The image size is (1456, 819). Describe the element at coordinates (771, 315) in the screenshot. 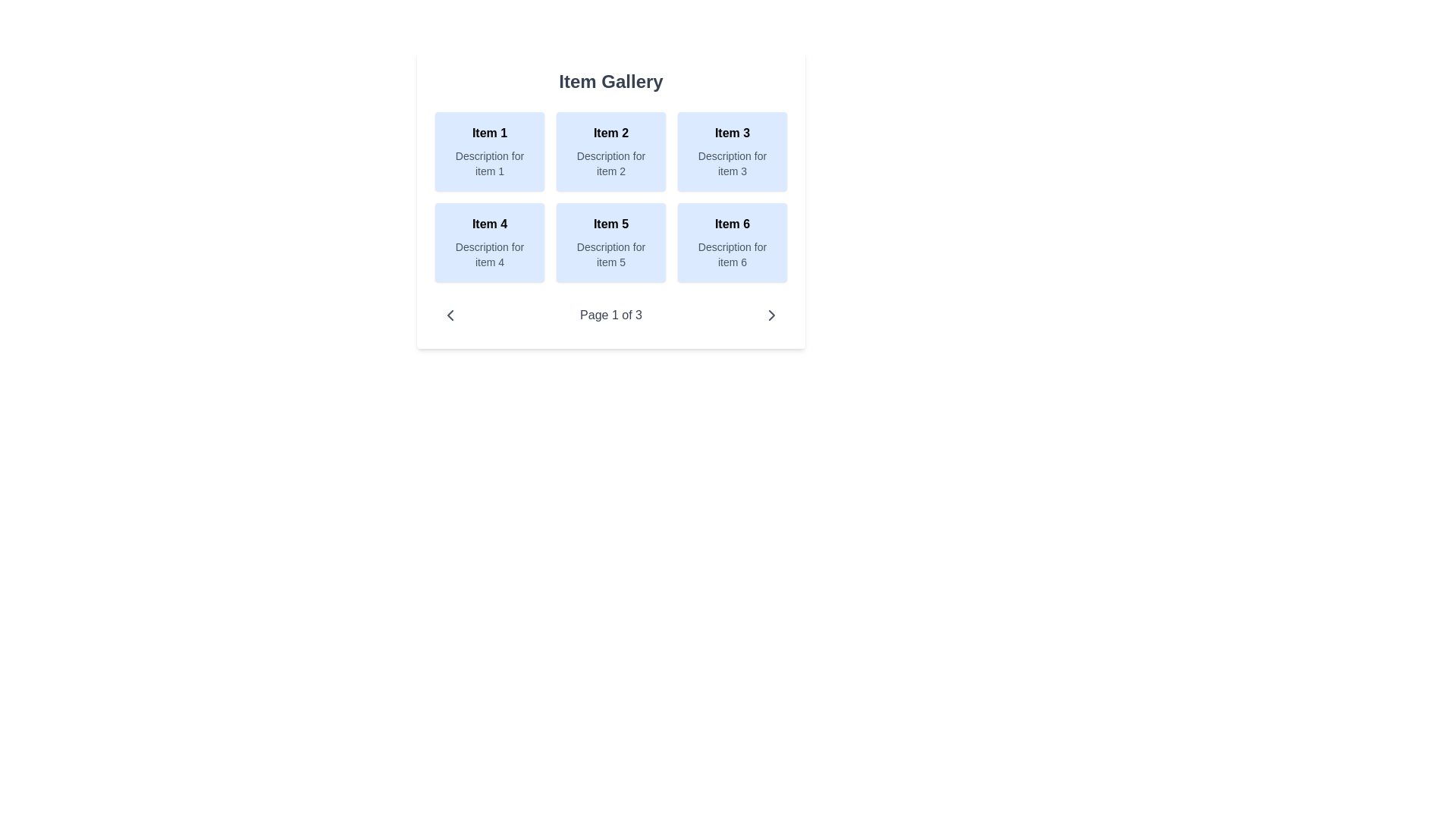

I see `the right-facing chevron icon button located at the bottom-right corner of the gallery interface to observe the color change effect` at that location.